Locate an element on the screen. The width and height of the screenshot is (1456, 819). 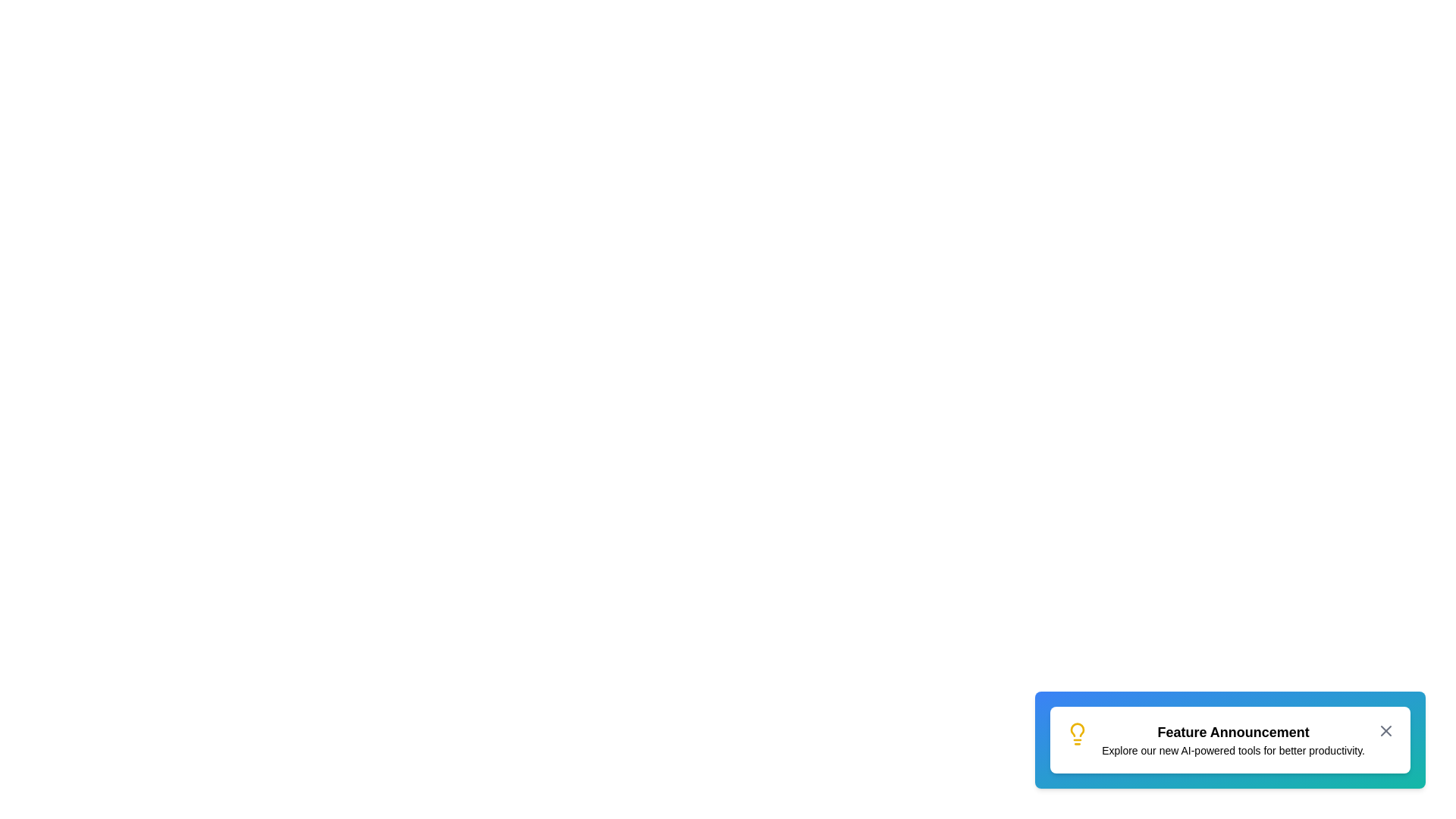
the close button to dismiss the notification is located at coordinates (1386, 730).